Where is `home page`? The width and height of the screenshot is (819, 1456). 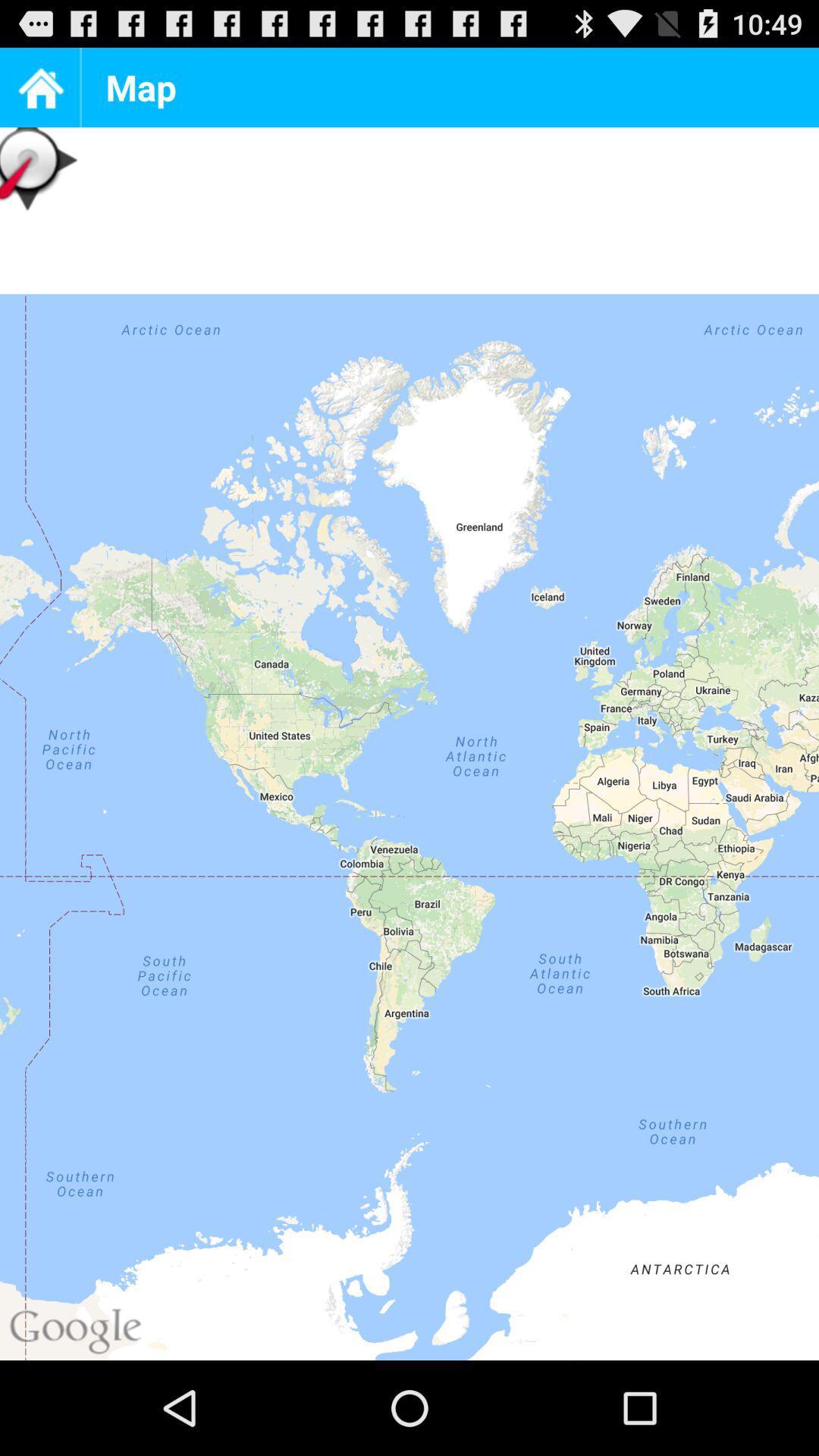 home page is located at coordinates (39, 86).